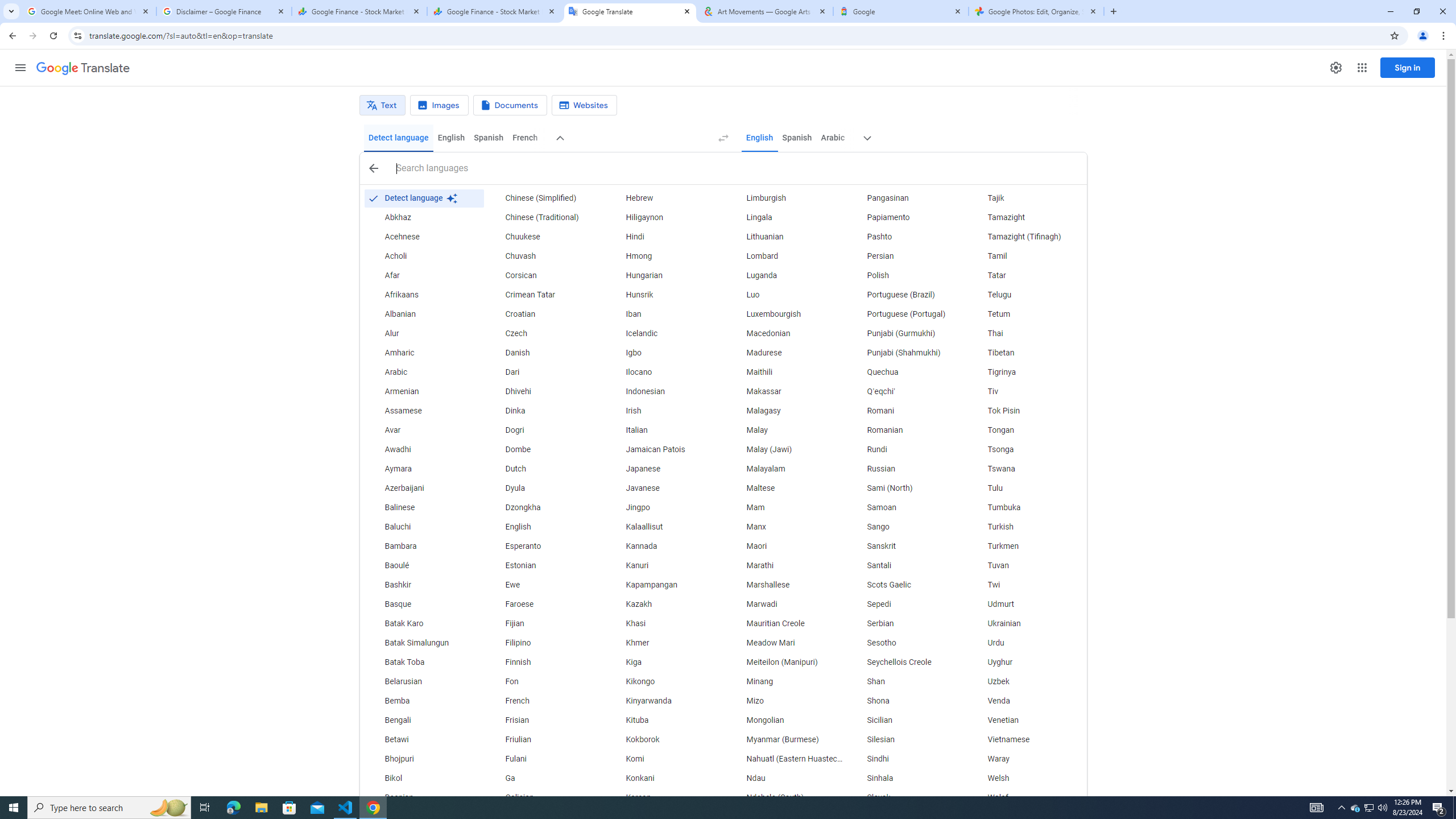  Describe the element at coordinates (1025, 681) in the screenshot. I see `'Uzbek'` at that location.